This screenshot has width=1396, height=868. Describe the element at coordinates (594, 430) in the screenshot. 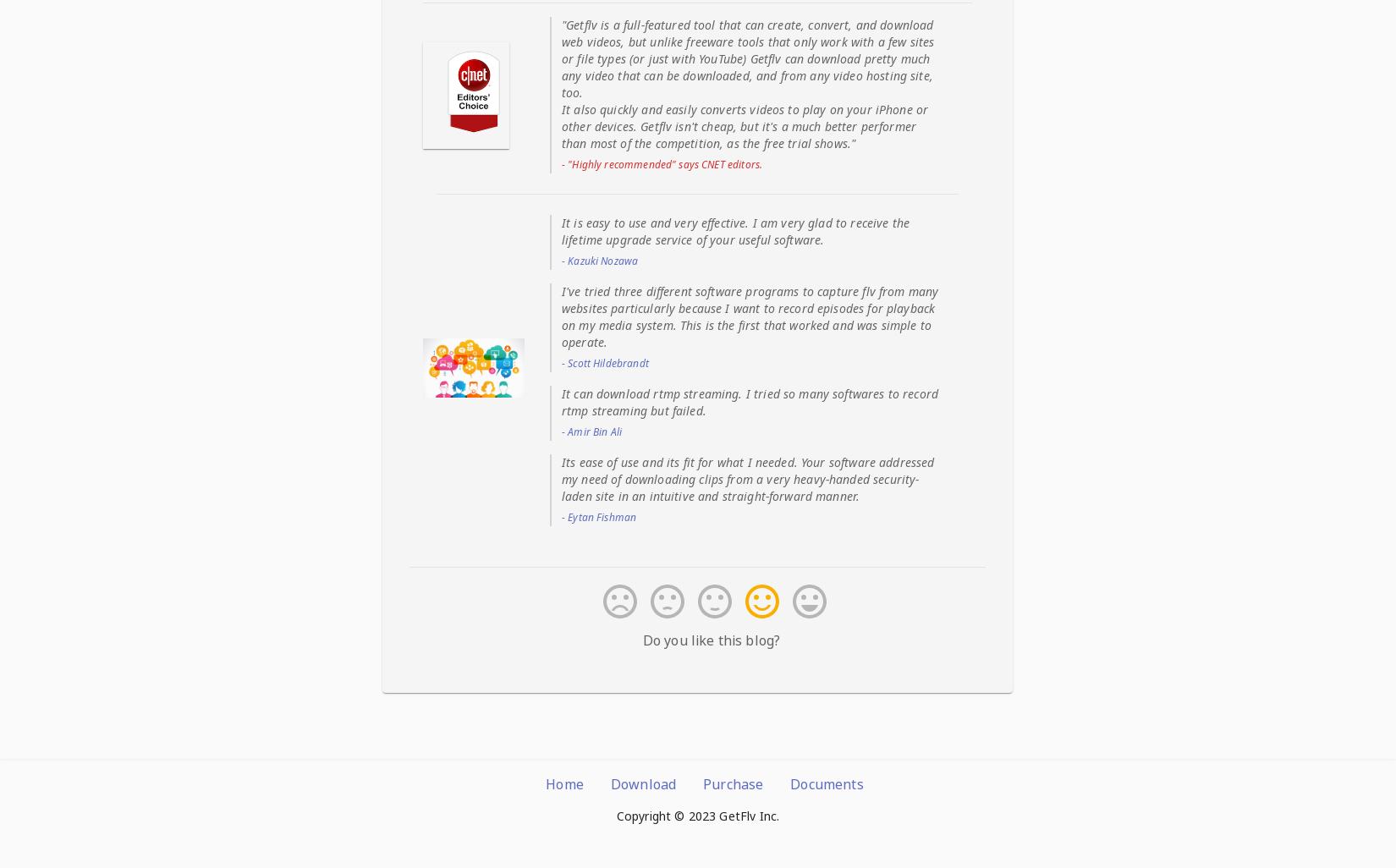

I see `'Amir Bin Ali'` at that location.